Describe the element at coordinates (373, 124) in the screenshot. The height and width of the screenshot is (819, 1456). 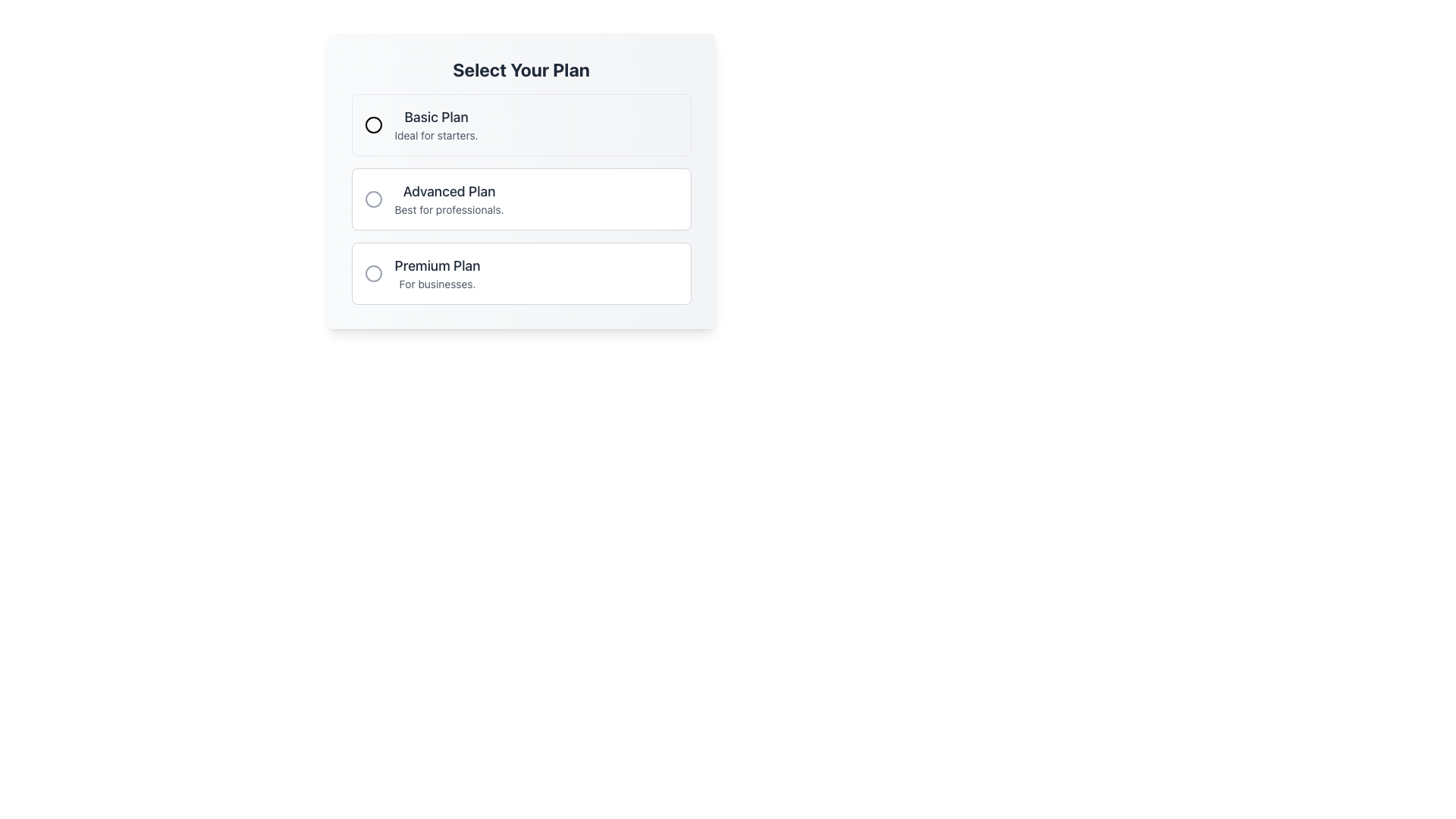
I see `the circular Radio Button Icon with a blue border and white center` at that location.